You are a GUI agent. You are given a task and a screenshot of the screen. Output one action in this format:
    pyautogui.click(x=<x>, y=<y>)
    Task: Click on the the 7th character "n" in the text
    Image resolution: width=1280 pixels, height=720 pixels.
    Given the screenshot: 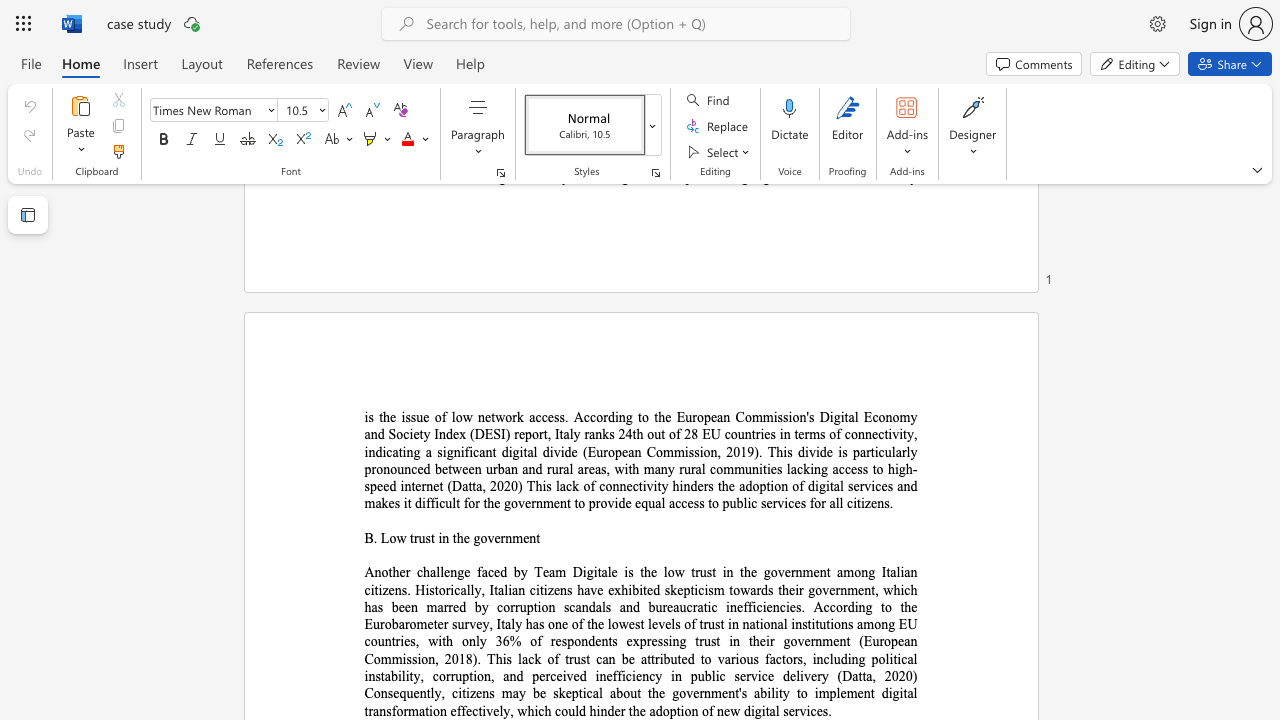 What is the action you would take?
    pyautogui.click(x=562, y=502)
    